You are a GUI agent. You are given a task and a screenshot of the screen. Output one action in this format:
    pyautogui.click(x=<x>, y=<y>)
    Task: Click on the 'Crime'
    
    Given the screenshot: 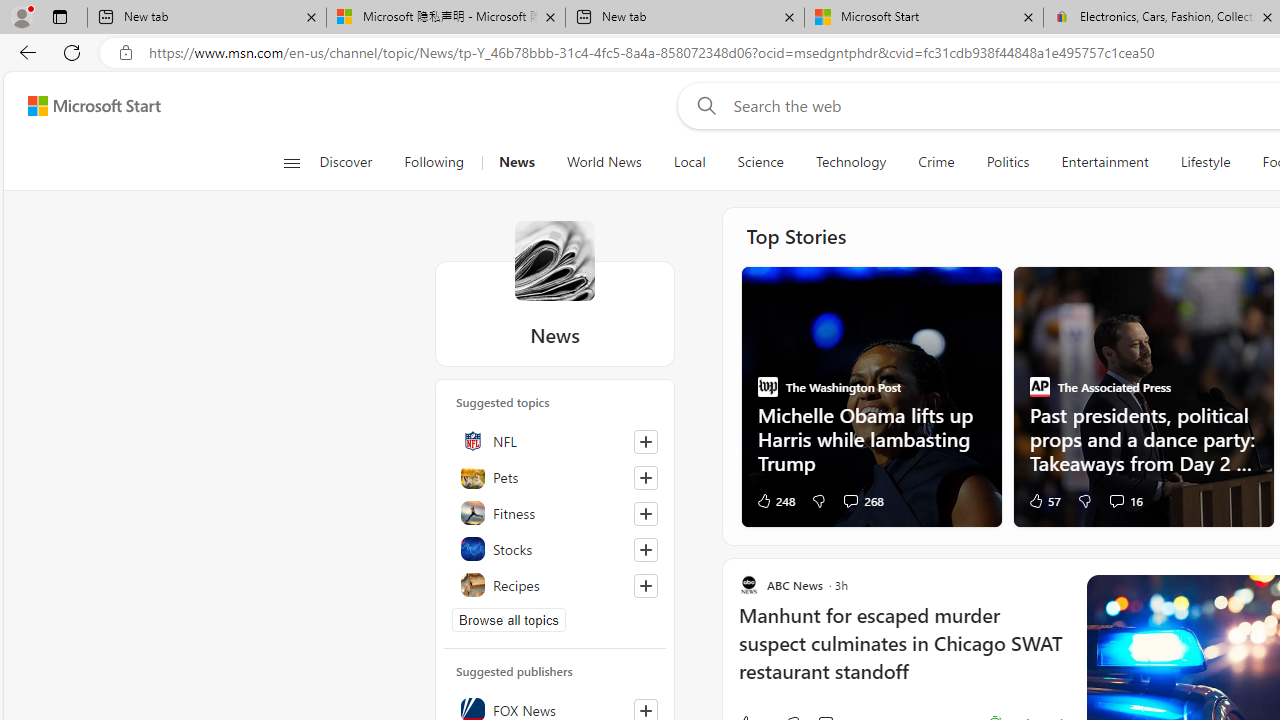 What is the action you would take?
    pyautogui.click(x=935, y=162)
    